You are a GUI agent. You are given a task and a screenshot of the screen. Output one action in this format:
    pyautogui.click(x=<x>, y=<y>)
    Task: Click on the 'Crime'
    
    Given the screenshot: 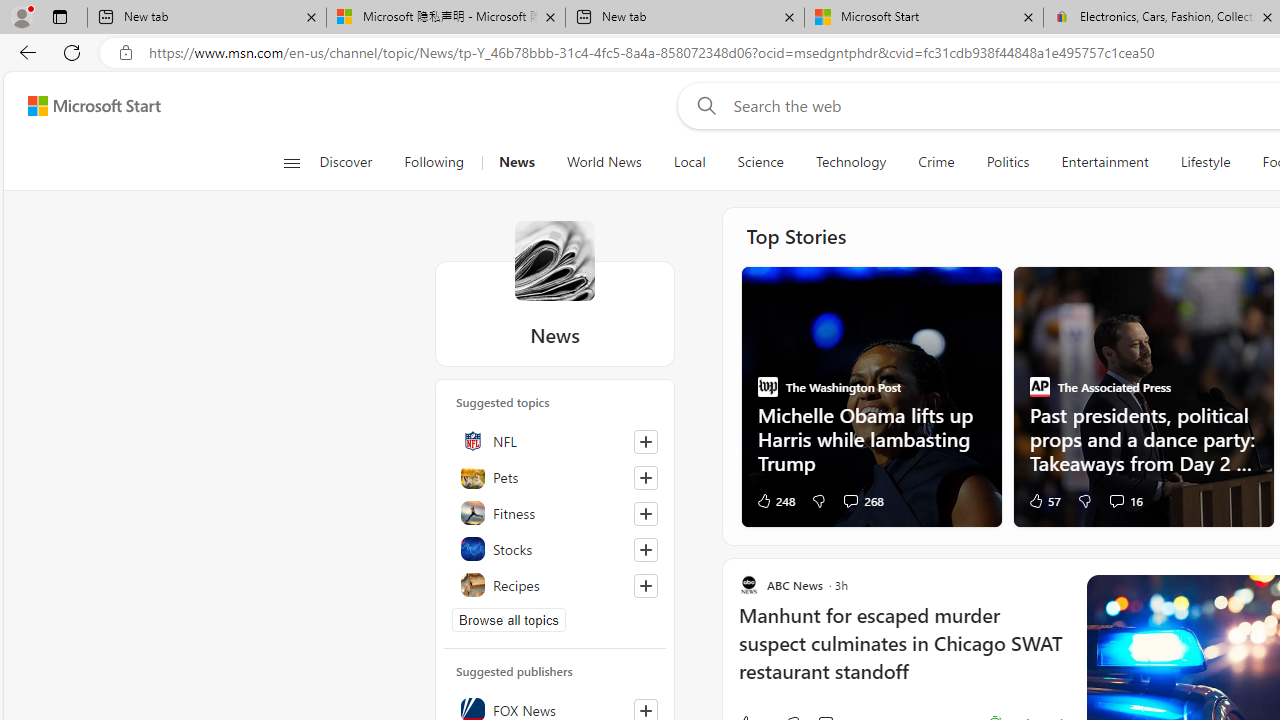 What is the action you would take?
    pyautogui.click(x=935, y=162)
    